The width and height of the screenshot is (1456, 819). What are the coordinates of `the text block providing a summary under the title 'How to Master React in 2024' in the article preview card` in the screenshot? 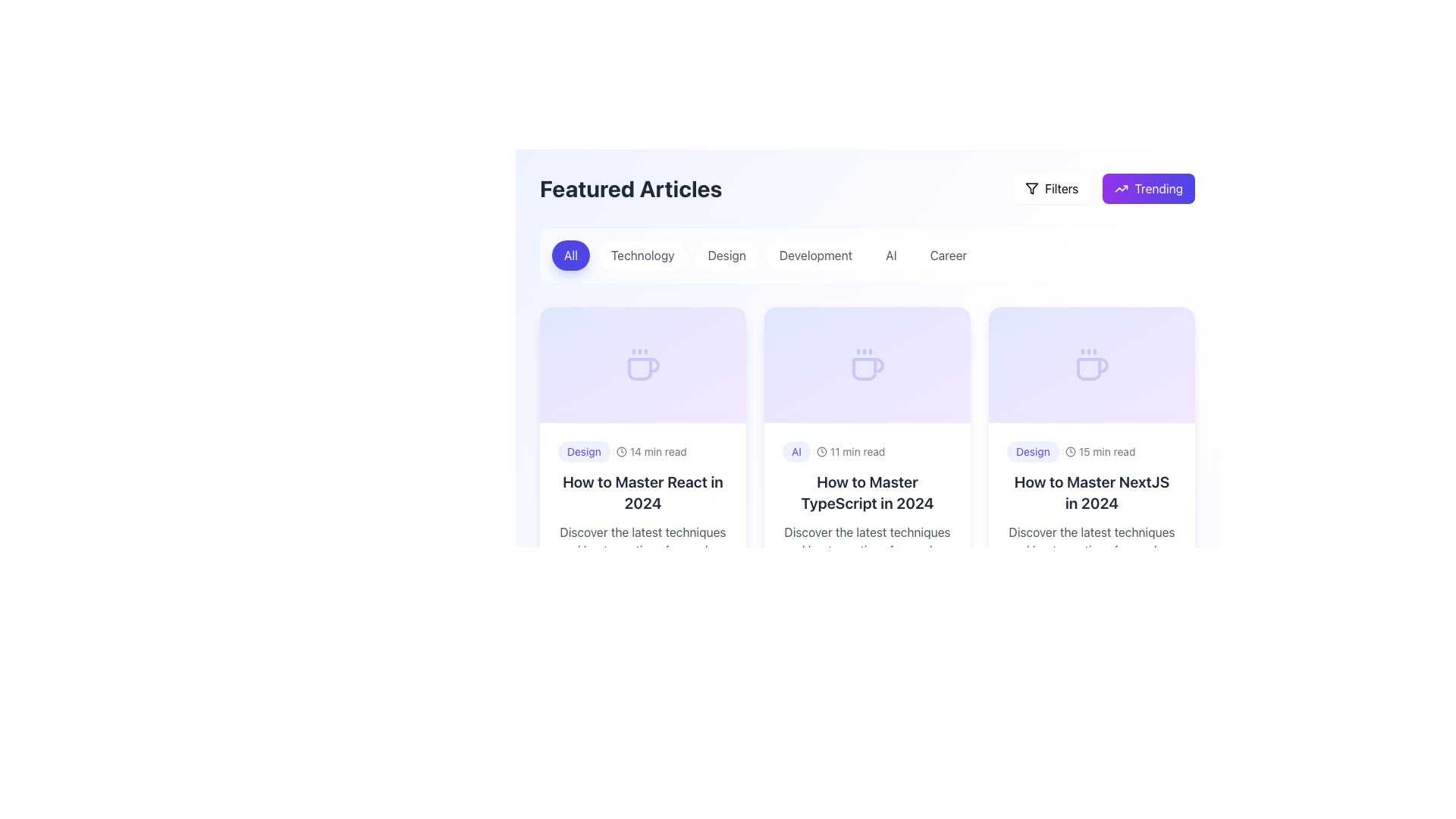 It's located at (643, 540).